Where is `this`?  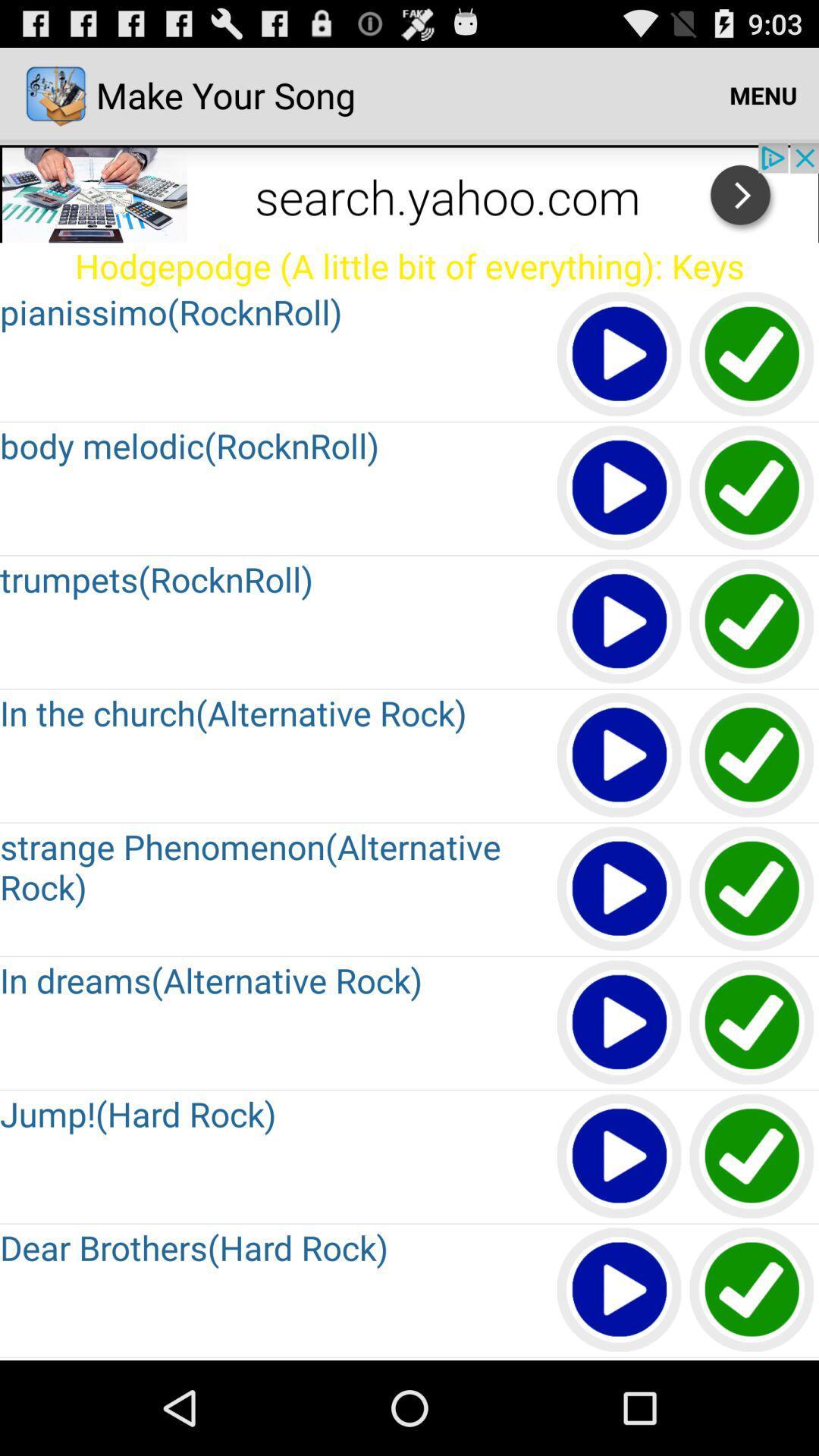 this is located at coordinates (620, 890).